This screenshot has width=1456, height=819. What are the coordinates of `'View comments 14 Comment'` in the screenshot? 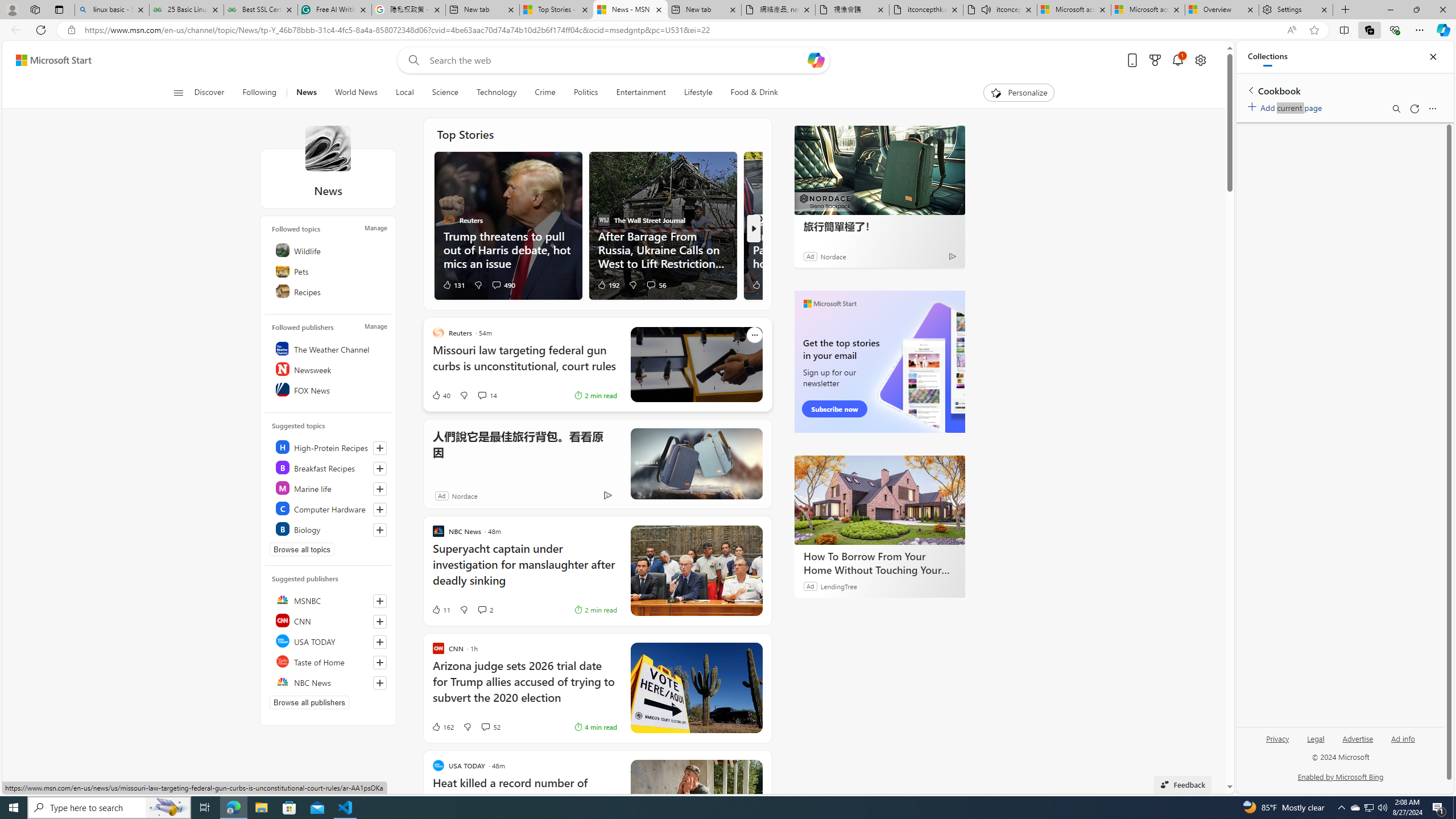 It's located at (482, 394).